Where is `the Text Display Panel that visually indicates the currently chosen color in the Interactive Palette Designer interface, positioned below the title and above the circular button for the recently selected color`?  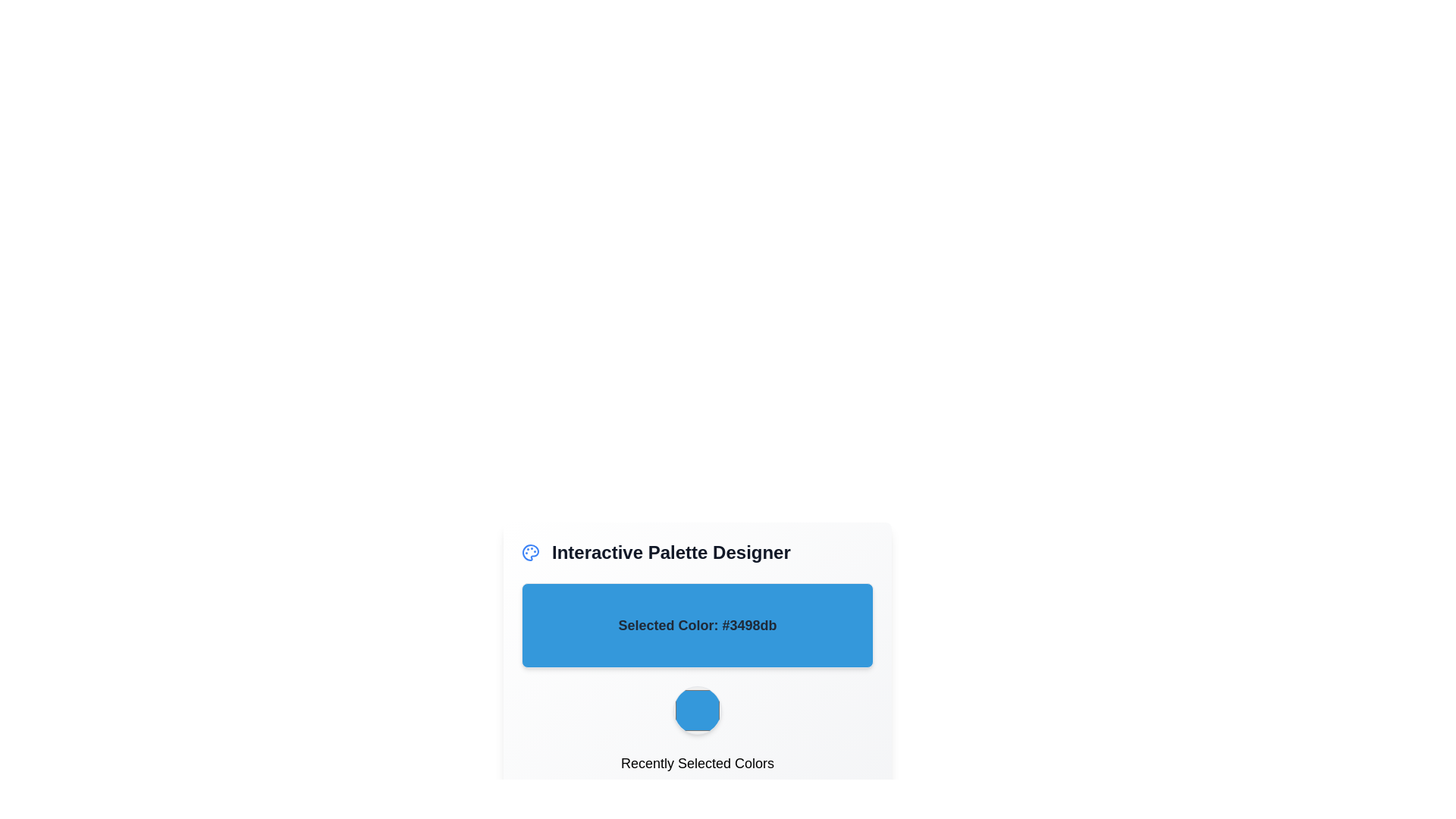
the Text Display Panel that visually indicates the currently chosen color in the Interactive Palette Designer interface, positioned below the title and above the circular button for the recently selected color is located at coordinates (697, 626).